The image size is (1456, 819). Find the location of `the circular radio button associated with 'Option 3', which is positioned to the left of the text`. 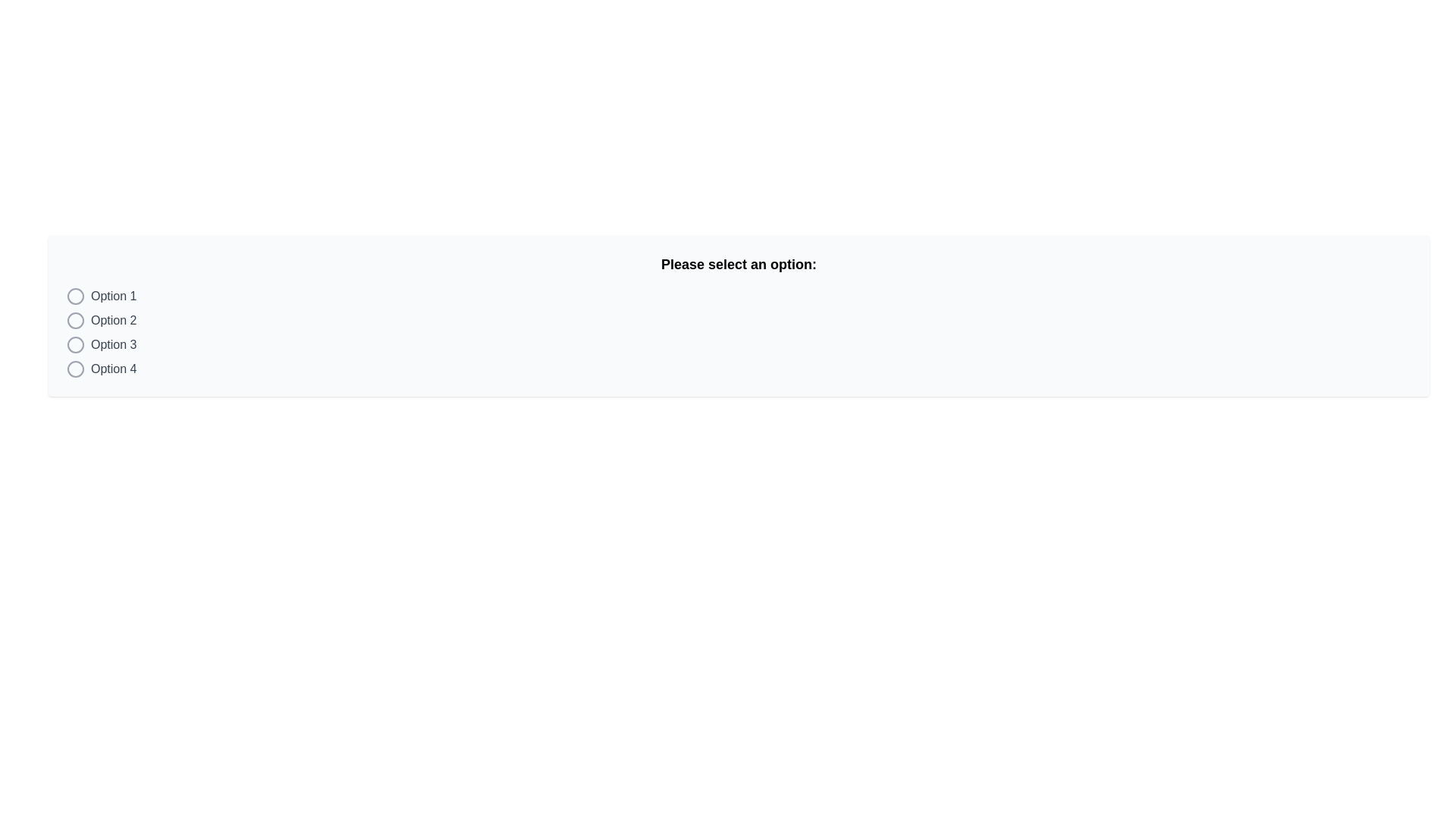

the circular radio button associated with 'Option 3', which is positioned to the left of the text is located at coordinates (75, 345).